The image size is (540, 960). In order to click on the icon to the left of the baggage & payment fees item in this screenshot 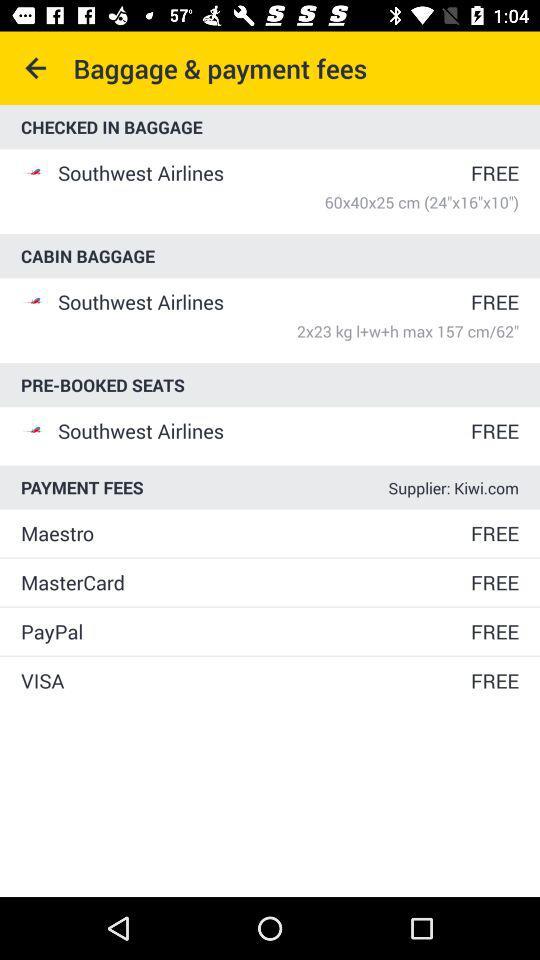, I will do `click(36, 68)`.